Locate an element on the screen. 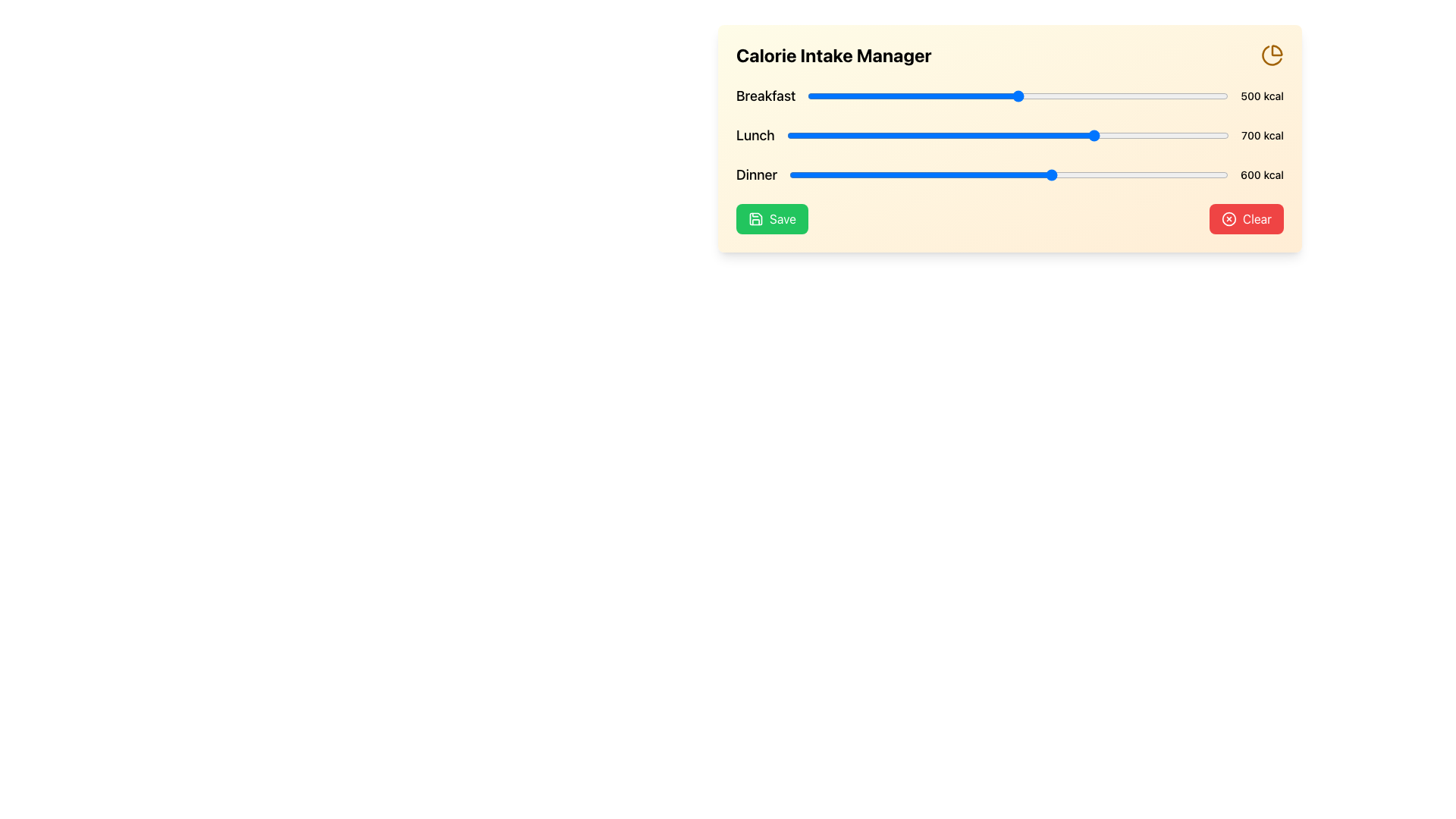 This screenshot has height=819, width=1456. the dinner calorie intake slider is located at coordinates (902, 174).